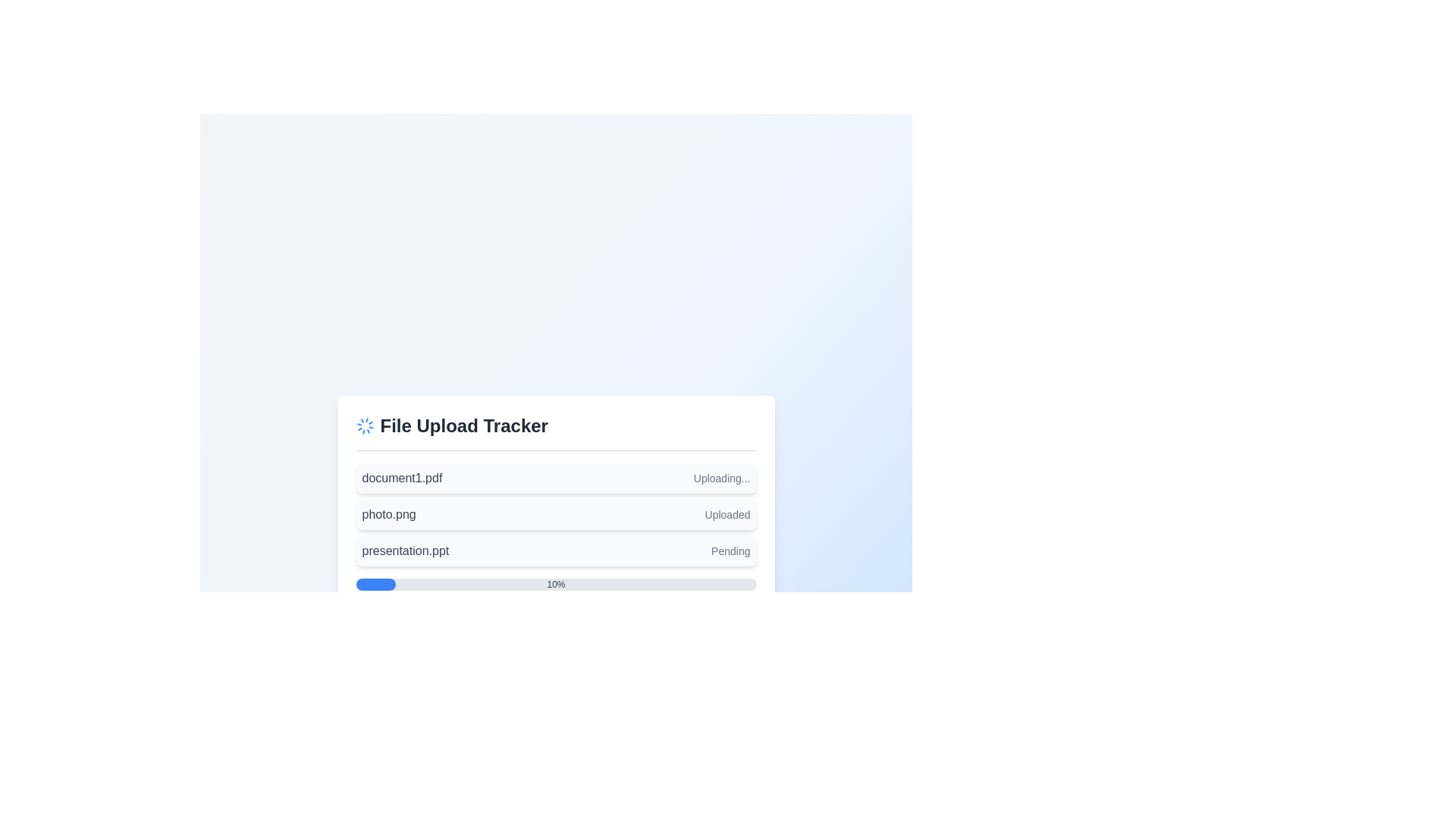  Describe the element at coordinates (555, 513) in the screenshot. I see `the informative status display bar that indicates the file 'photo.png' has been successfully uploaded` at that location.